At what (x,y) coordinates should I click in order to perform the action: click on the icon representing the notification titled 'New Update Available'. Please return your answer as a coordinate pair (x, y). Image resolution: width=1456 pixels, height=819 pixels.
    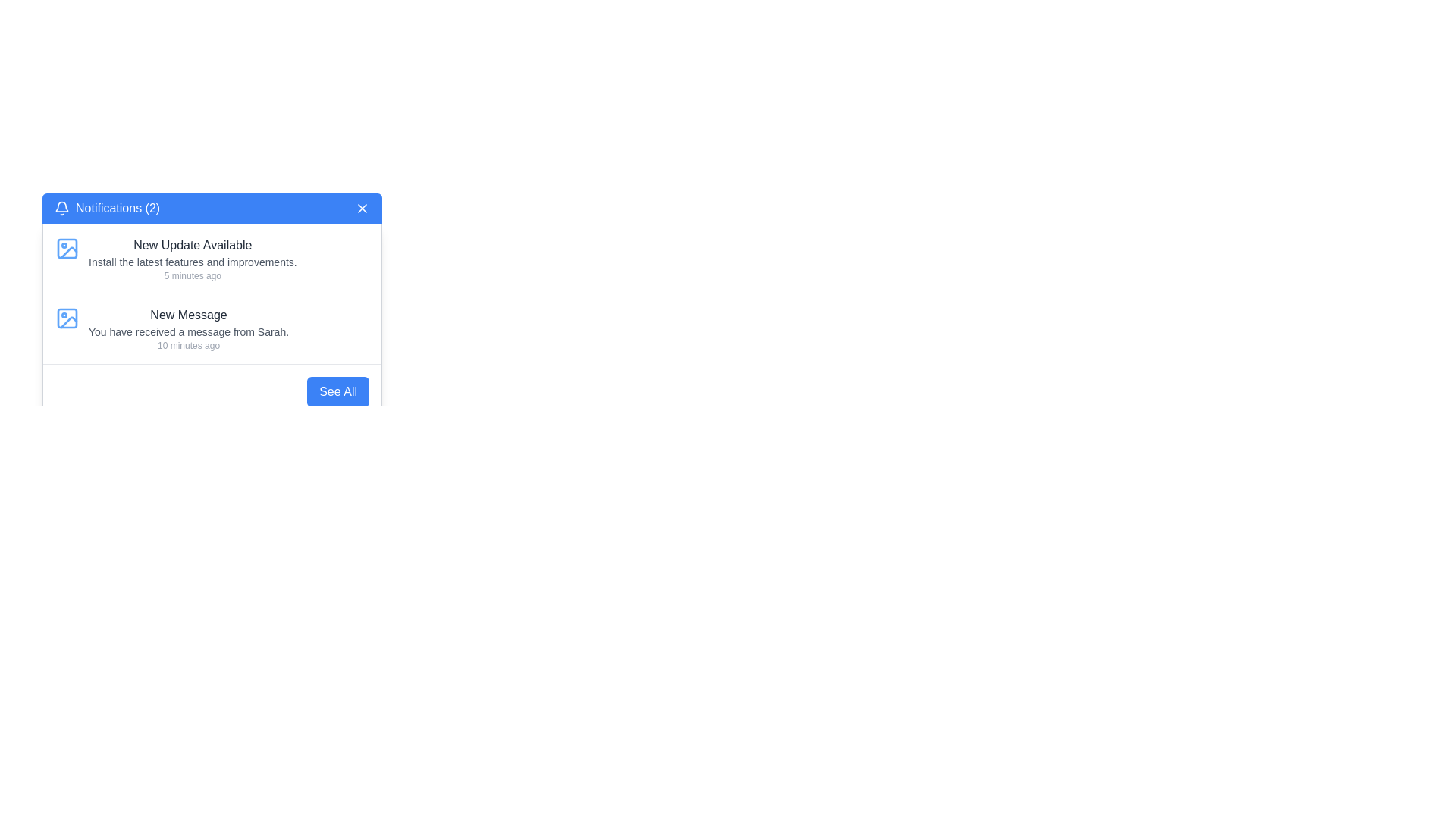
    Looking at the image, I should click on (67, 247).